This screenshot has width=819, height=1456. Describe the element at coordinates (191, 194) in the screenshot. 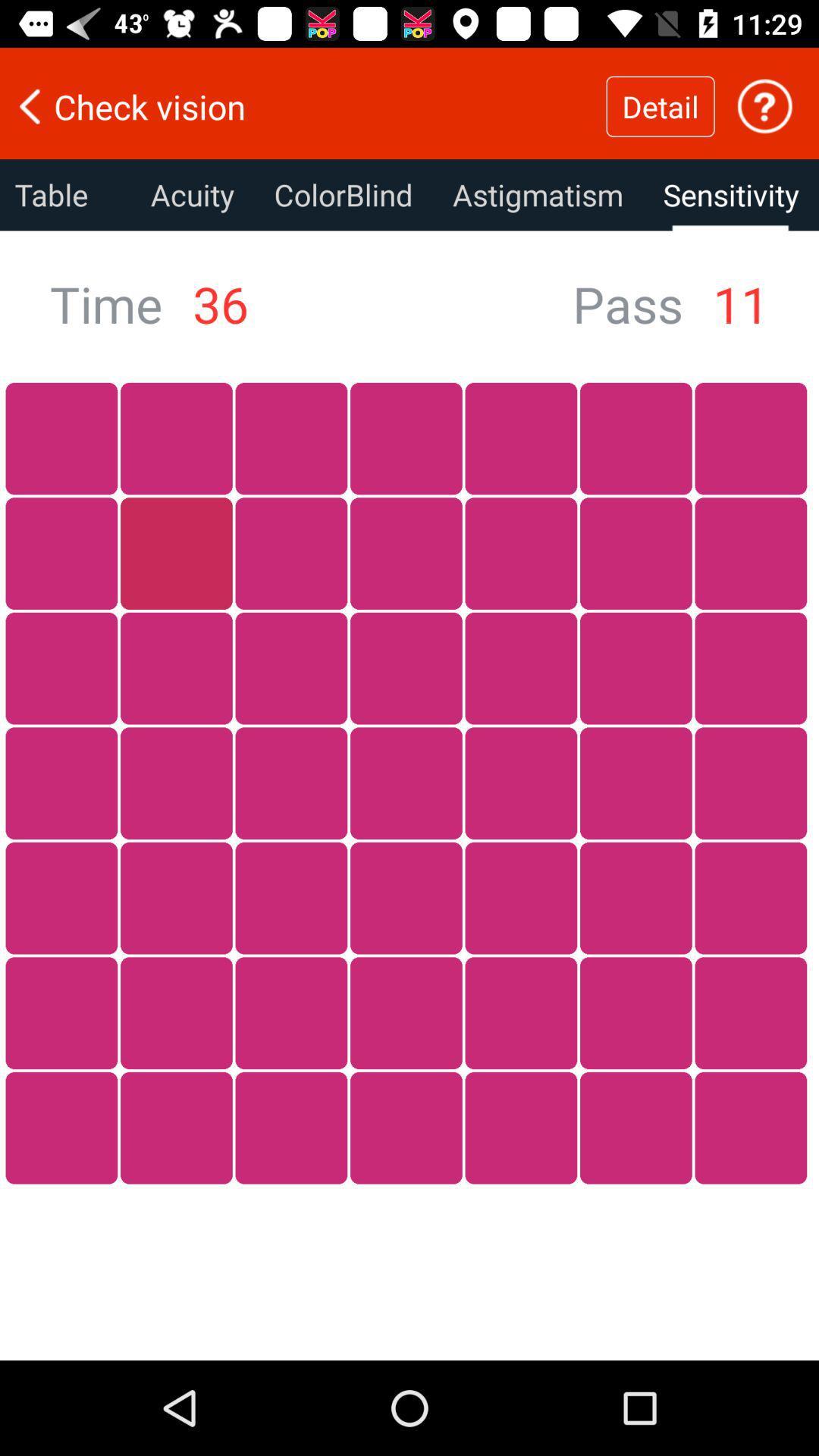

I see `the item next to the table item` at that location.